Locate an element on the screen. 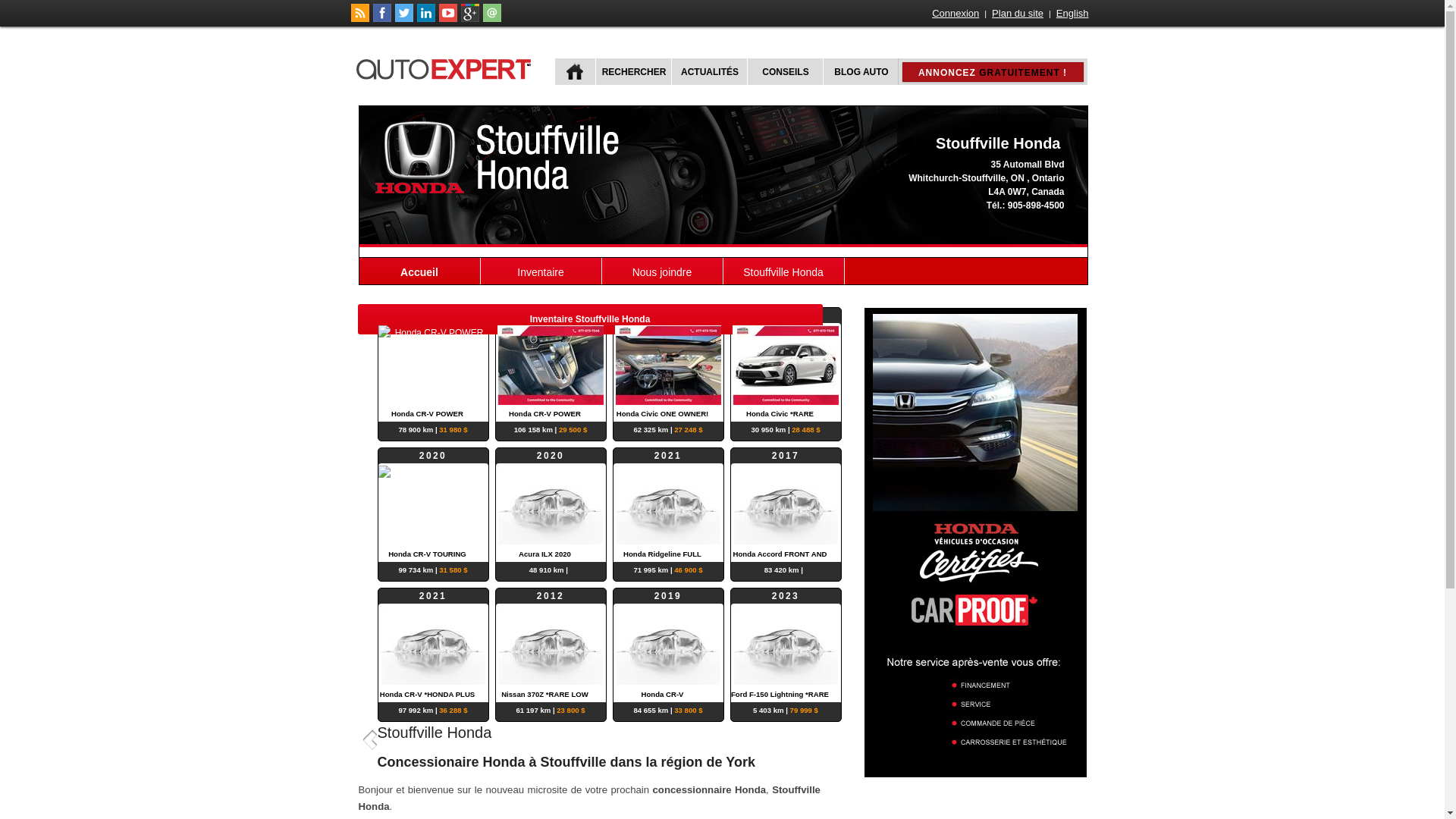 This screenshot has width=1456, height=819. 'BLOG AUTO' is located at coordinates (859, 71).